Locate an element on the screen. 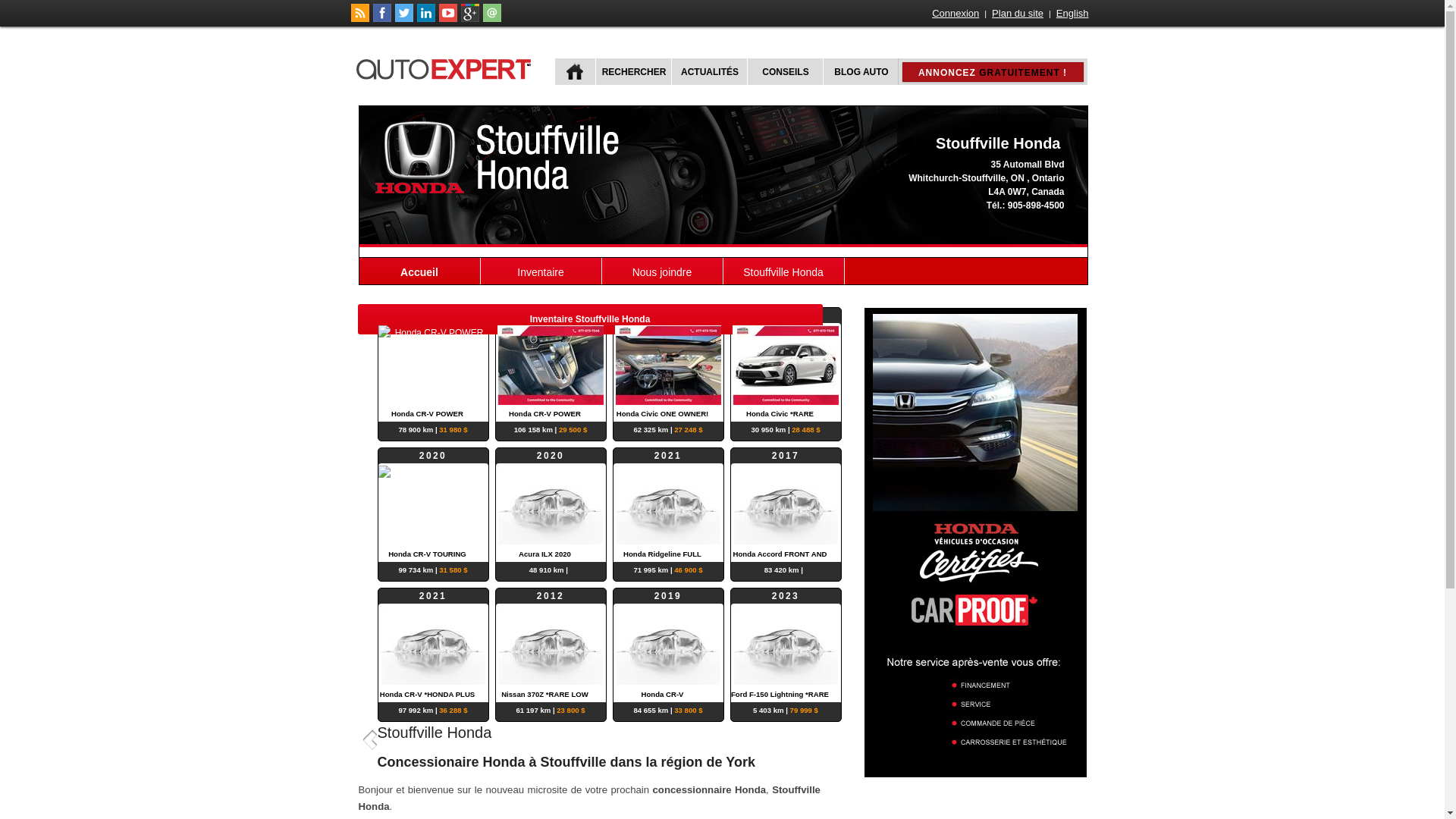 This screenshot has width=1456, height=819. 'BLOG AUTO' is located at coordinates (859, 71).